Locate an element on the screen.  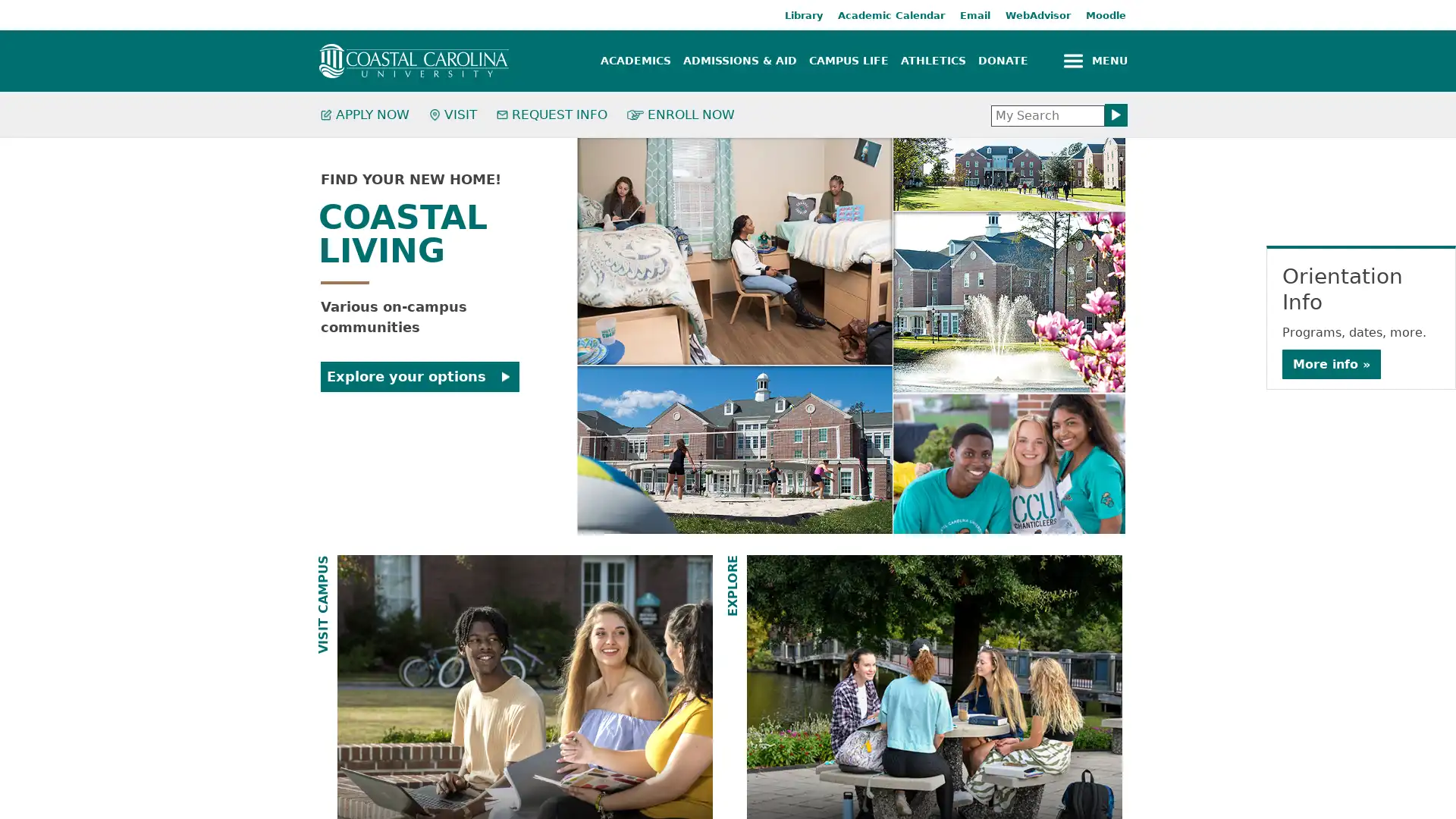
Submit is located at coordinates (1116, 114).